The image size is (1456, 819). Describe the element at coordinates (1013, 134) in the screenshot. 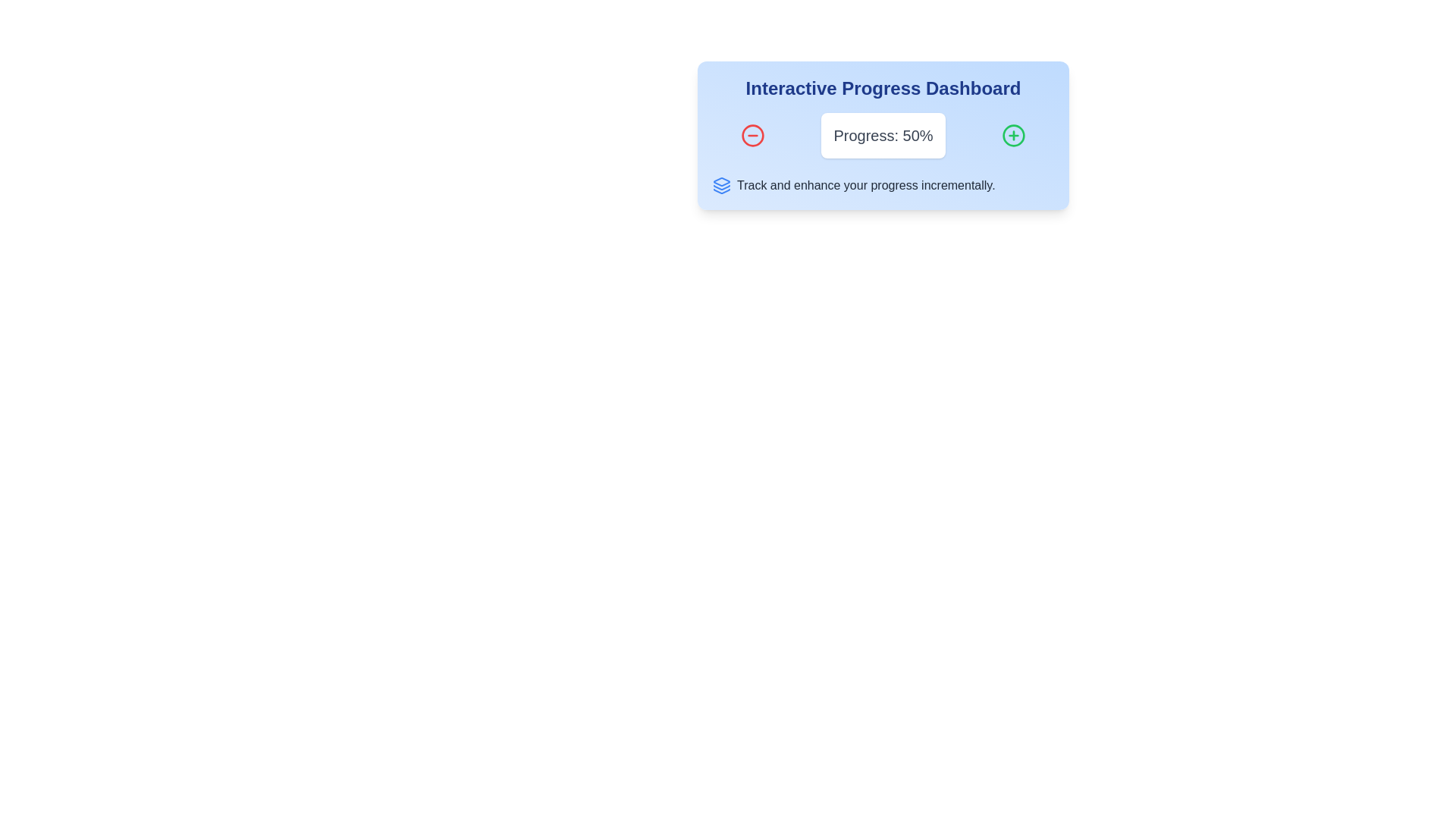

I see `the button for adding new items located in the top-right corner of the Interactive Progress Dashboard panel, next` at that location.